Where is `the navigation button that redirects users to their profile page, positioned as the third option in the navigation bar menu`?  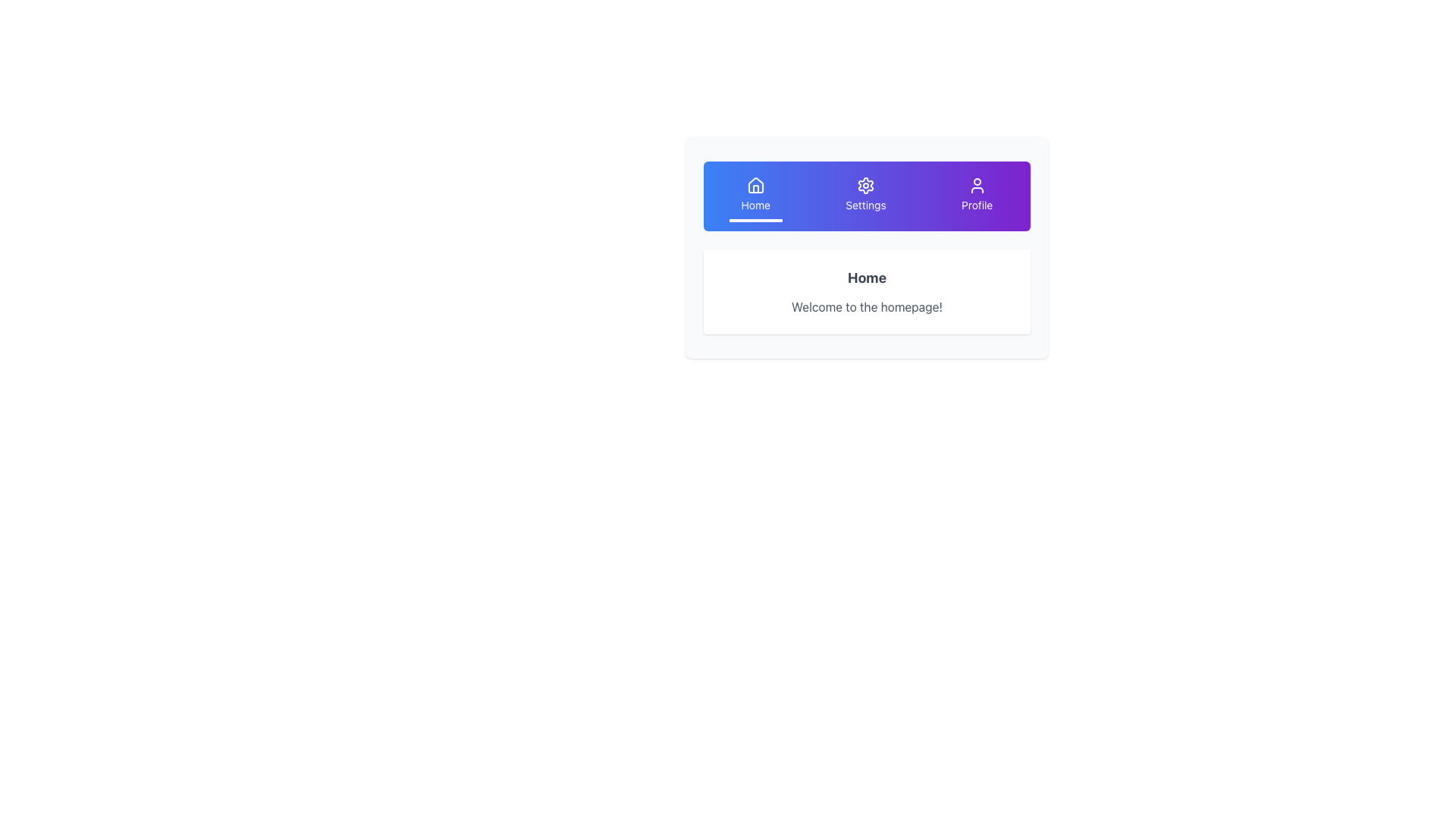
the navigation button that redirects users to their profile page, positioned as the third option in the navigation bar menu is located at coordinates (977, 195).